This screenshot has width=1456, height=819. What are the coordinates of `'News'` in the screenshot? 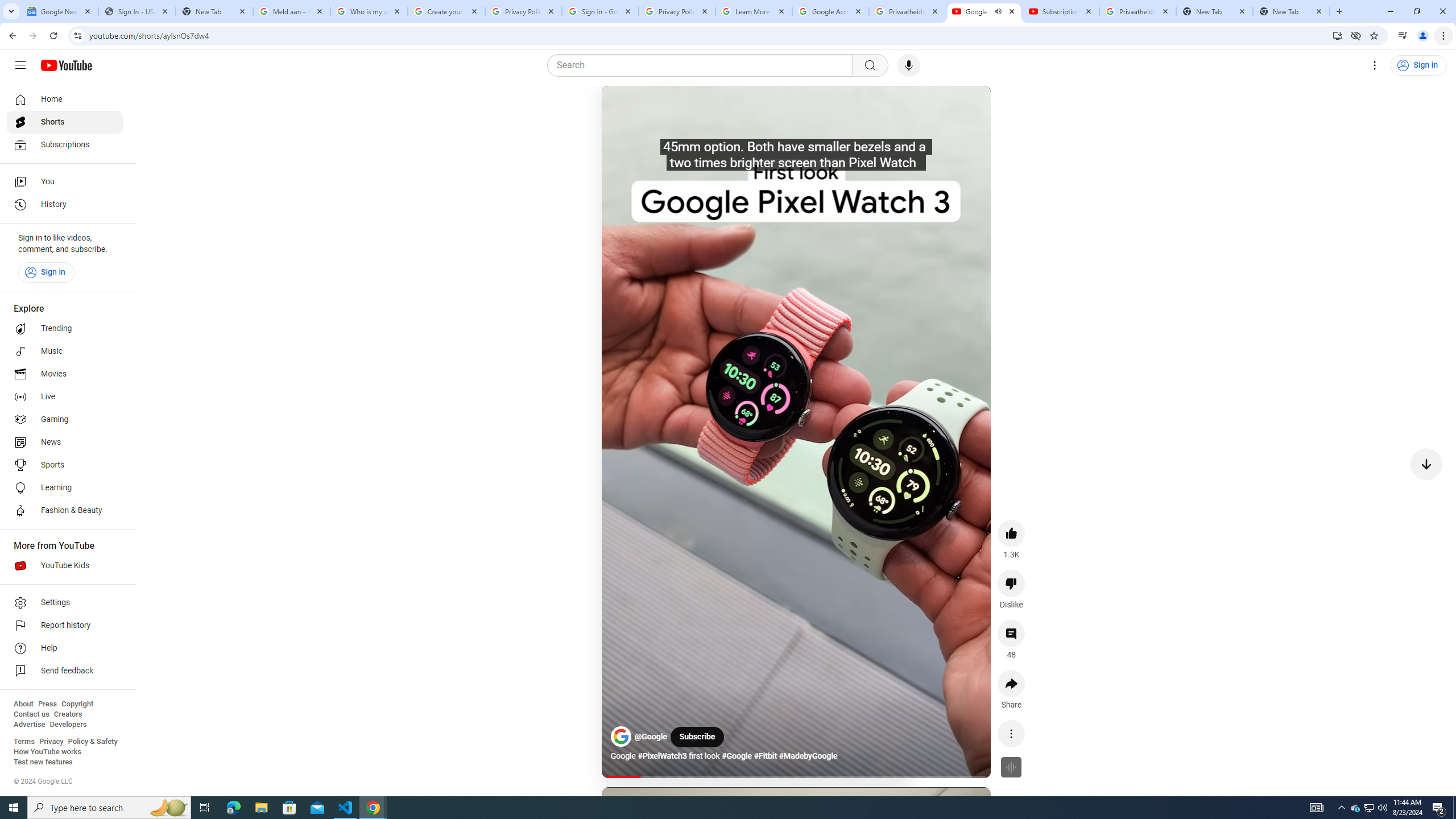 It's located at (64, 442).